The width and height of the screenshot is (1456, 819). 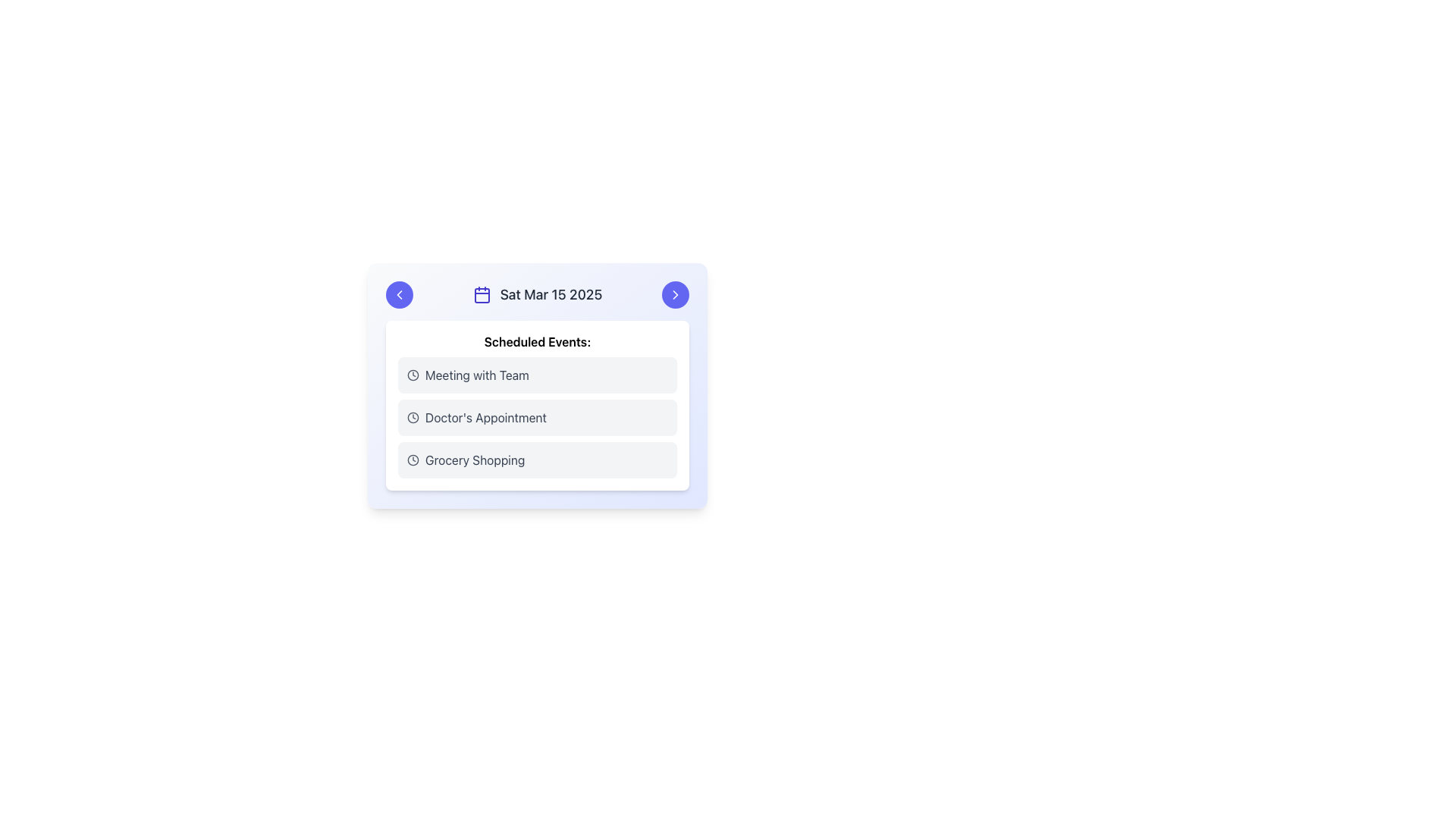 I want to click on the TextLabel representing the scheduled event titled 'Grocery Shopping', located in the third position of the 'Scheduled Events' list, so click(x=474, y=459).